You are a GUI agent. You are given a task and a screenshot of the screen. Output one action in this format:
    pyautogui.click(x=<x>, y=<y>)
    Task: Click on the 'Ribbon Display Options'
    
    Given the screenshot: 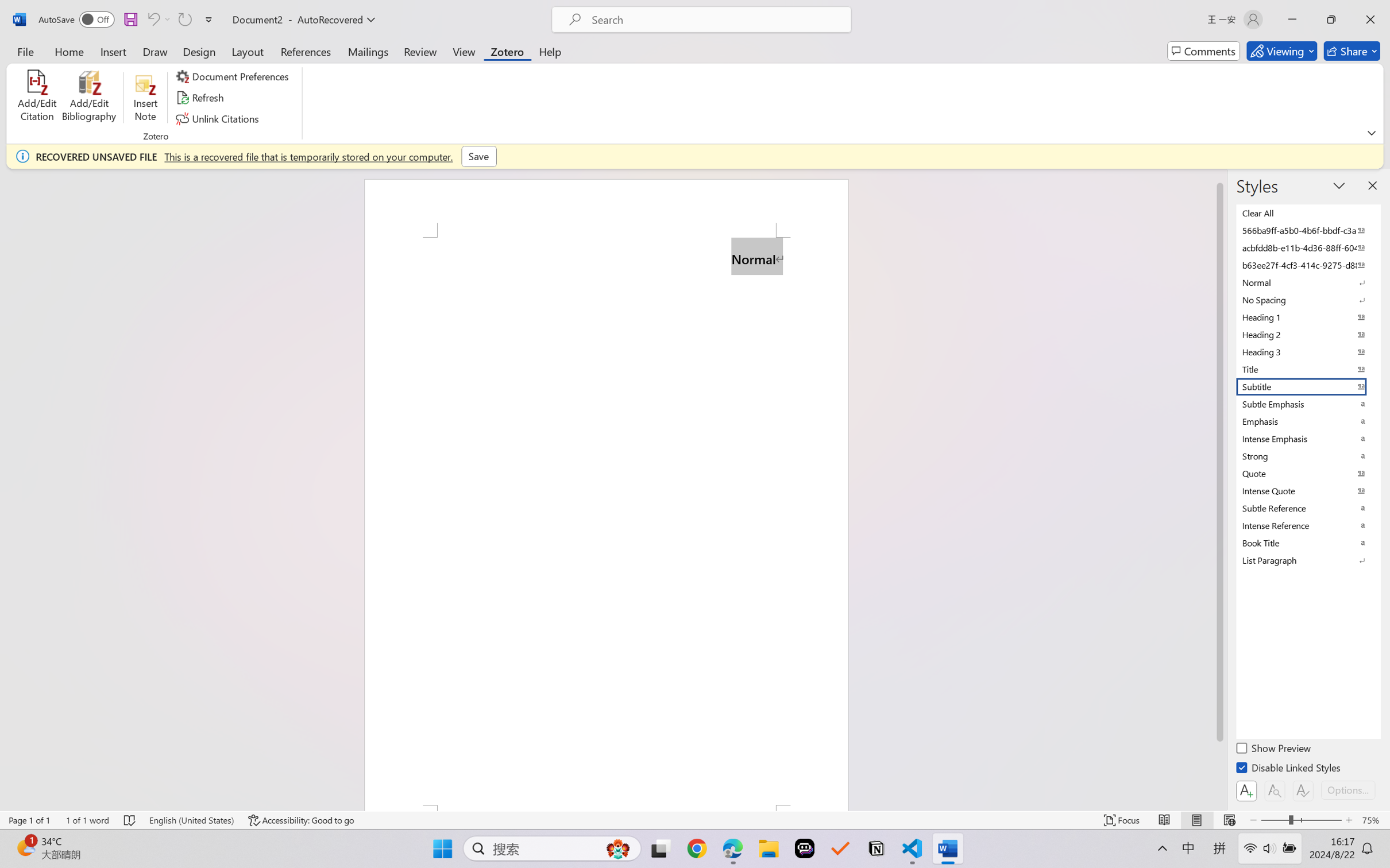 What is the action you would take?
    pyautogui.click(x=1371, y=133)
    